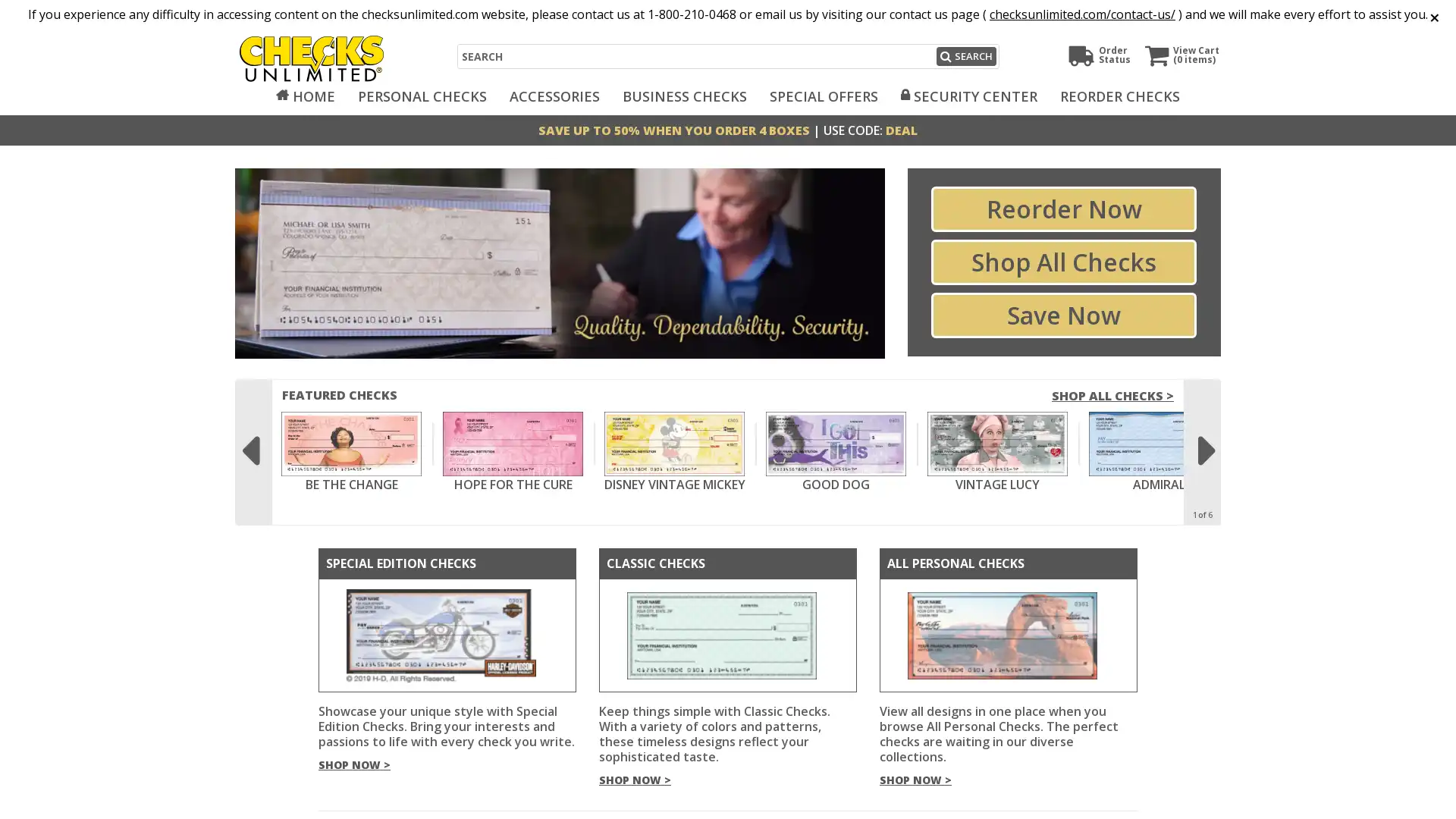  What do you see at coordinates (1205, 442) in the screenshot?
I see `Next` at bounding box center [1205, 442].